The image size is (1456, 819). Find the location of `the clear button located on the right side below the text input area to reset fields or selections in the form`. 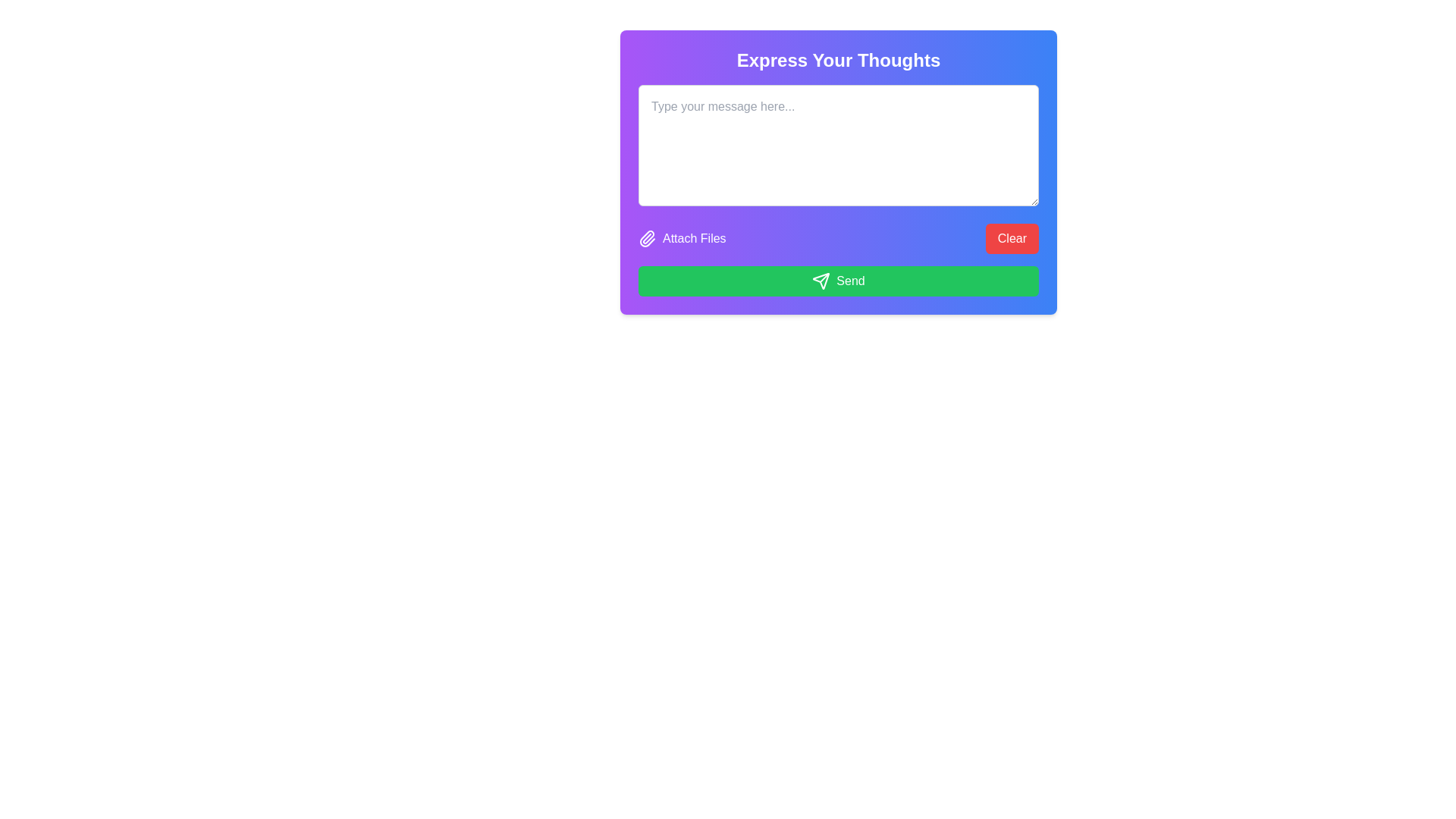

the clear button located on the right side below the text input area to reset fields or selections in the form is located at coordinates (1012, 239).